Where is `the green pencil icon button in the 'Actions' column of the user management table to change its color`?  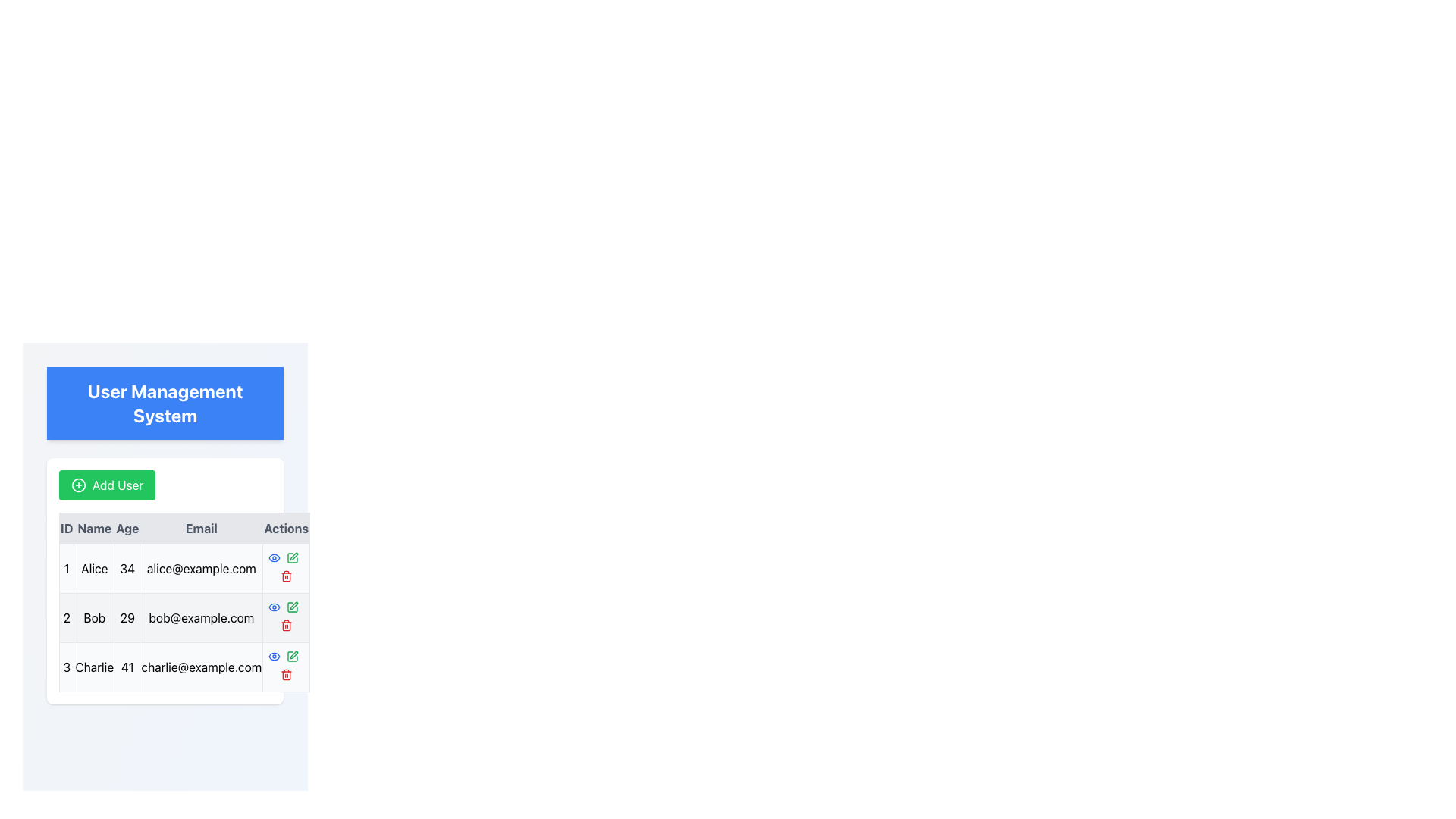
the green pencil icon button in the 'Actions' column of the user management table to change its color is located at coordinates (292, 656).